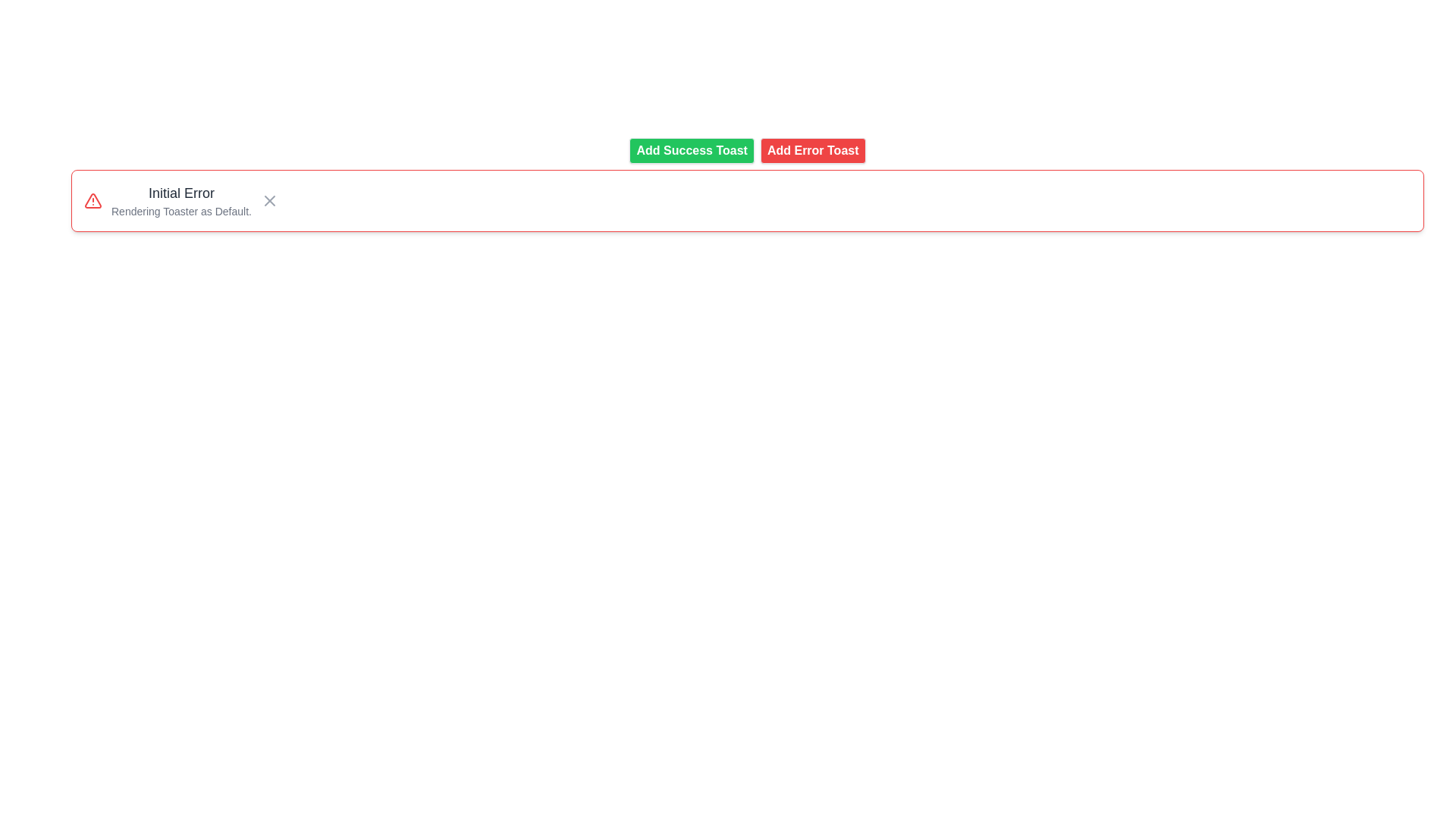 The image size is (1456, 819). I want to click on the button that triggers an error toast notification, which is located to the right of the 'Add Success Toast' button, to observe the color change, so click(812, 151).